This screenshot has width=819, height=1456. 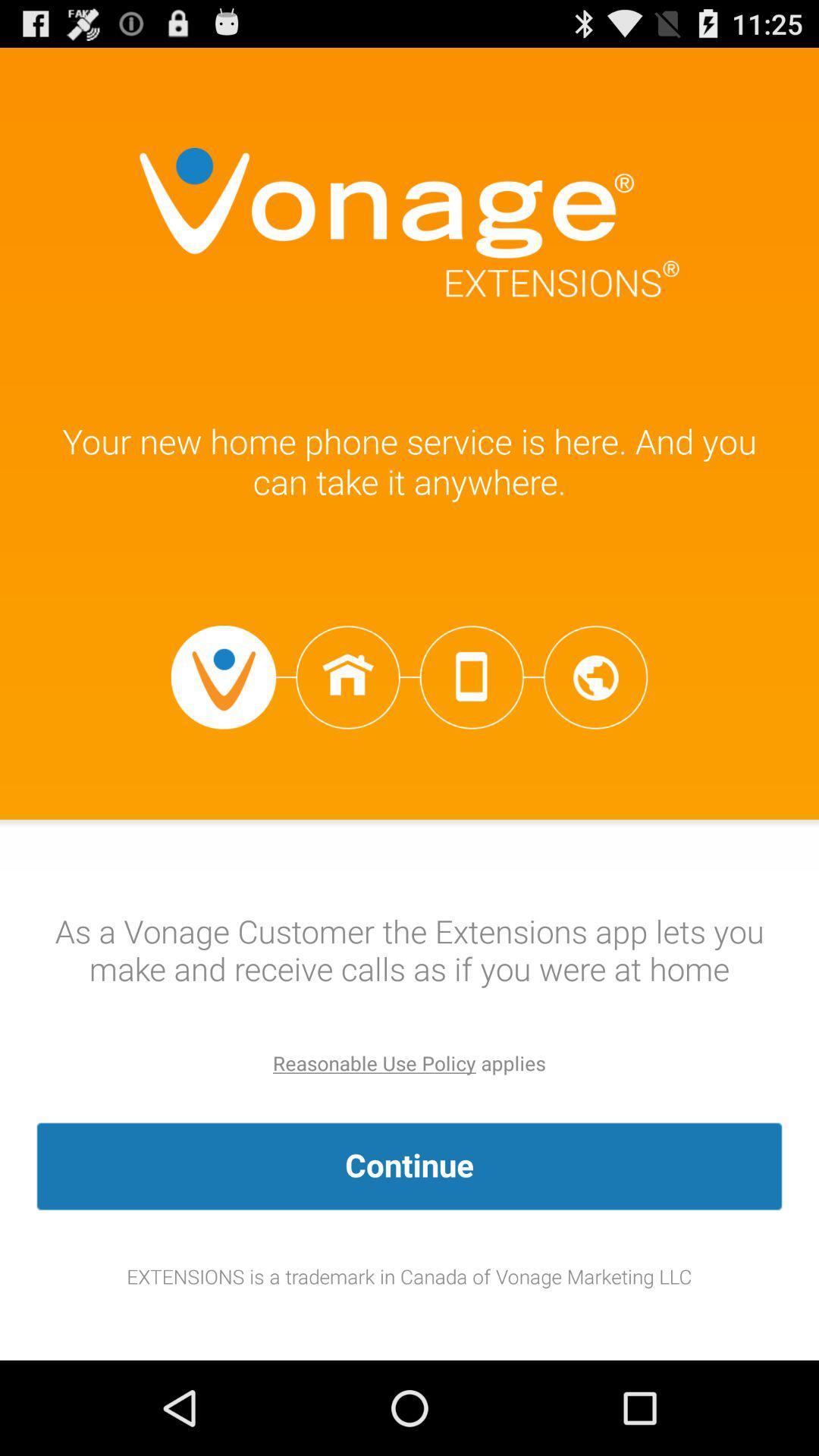 What do you see at coordinates (409, 1166) in the screenshot?
I see `app below reasonable use policy` at bounding box center [409, 1166].